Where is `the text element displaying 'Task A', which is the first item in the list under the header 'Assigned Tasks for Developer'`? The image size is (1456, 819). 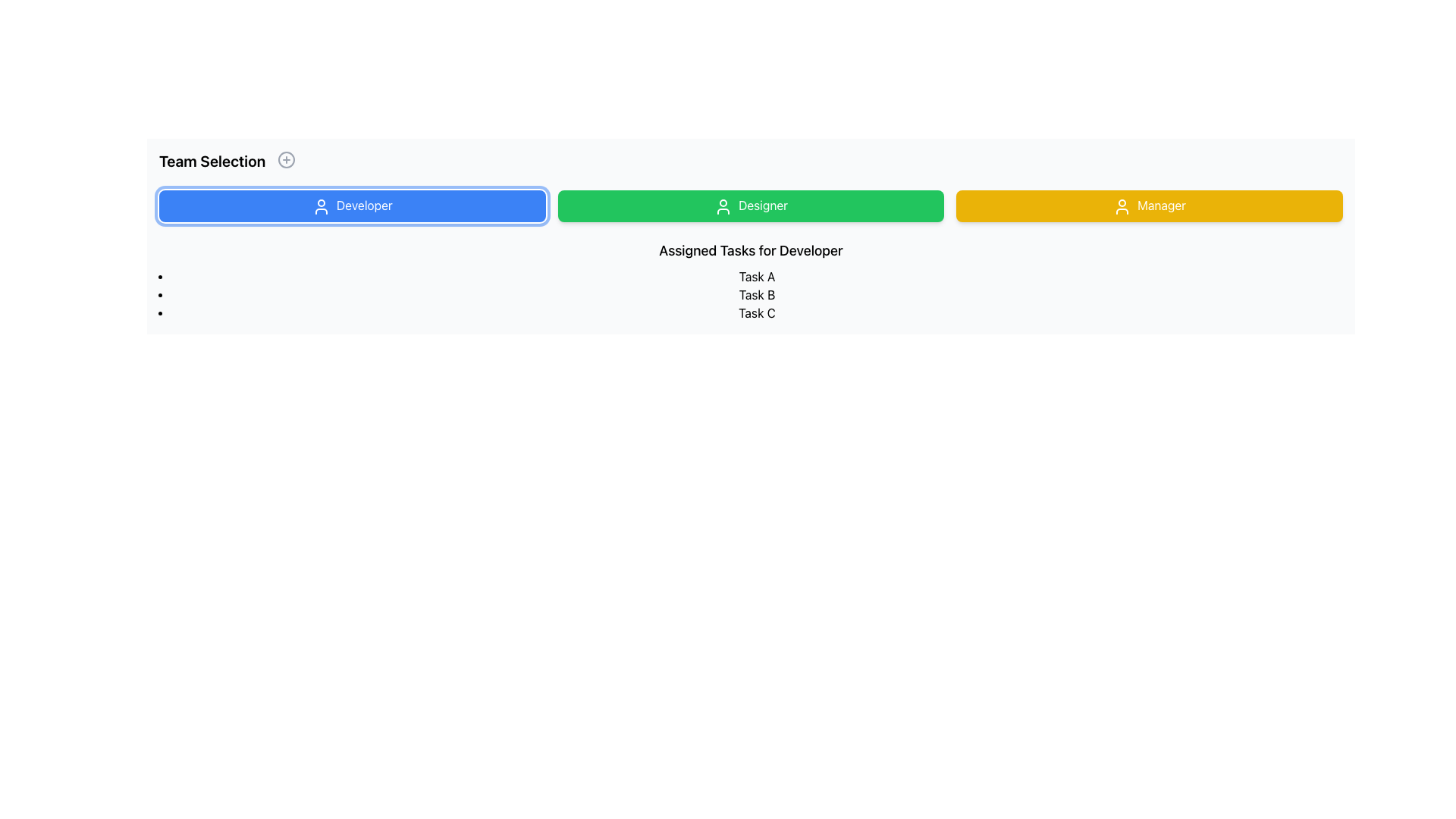 the text element displaying 'Task A', which is the first item in the list under the header 'Assigned Tasks for Developer' is located at coordinates (757, 276).